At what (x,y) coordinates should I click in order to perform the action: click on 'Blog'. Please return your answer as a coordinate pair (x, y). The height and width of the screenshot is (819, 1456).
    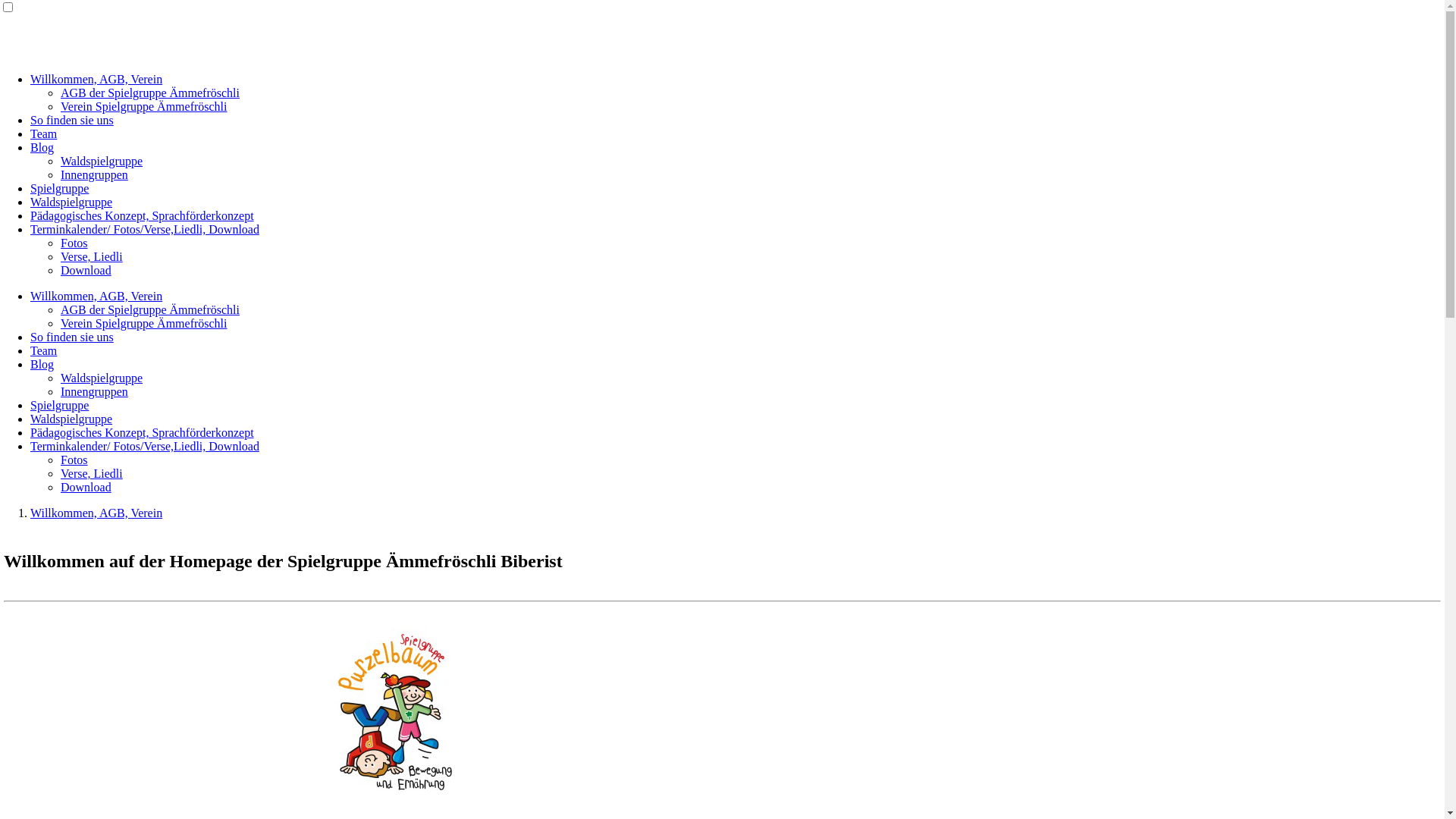
    Looking at the image, I should click on (42, 364).